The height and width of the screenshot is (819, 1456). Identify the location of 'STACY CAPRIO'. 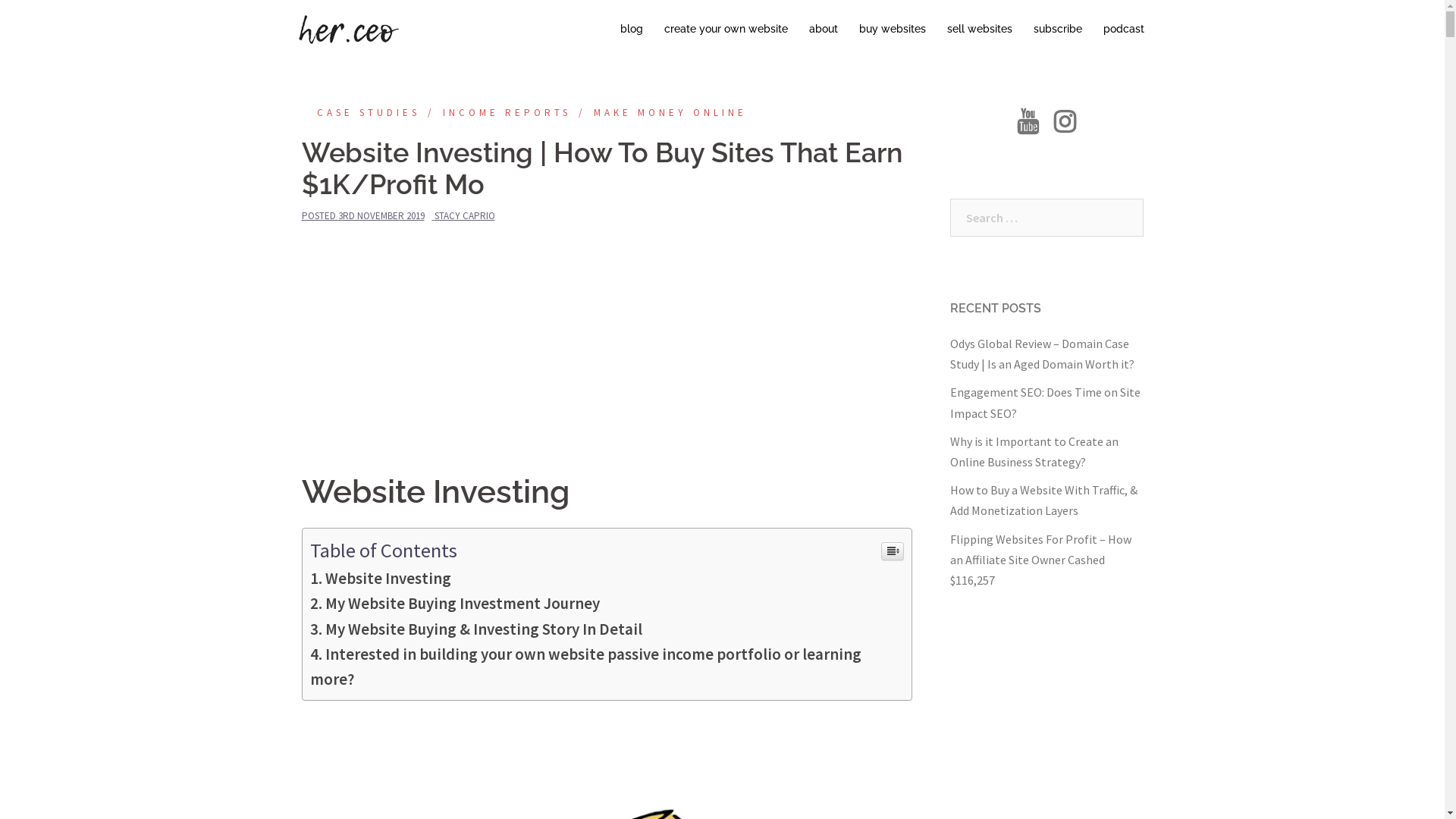
(432, 215).